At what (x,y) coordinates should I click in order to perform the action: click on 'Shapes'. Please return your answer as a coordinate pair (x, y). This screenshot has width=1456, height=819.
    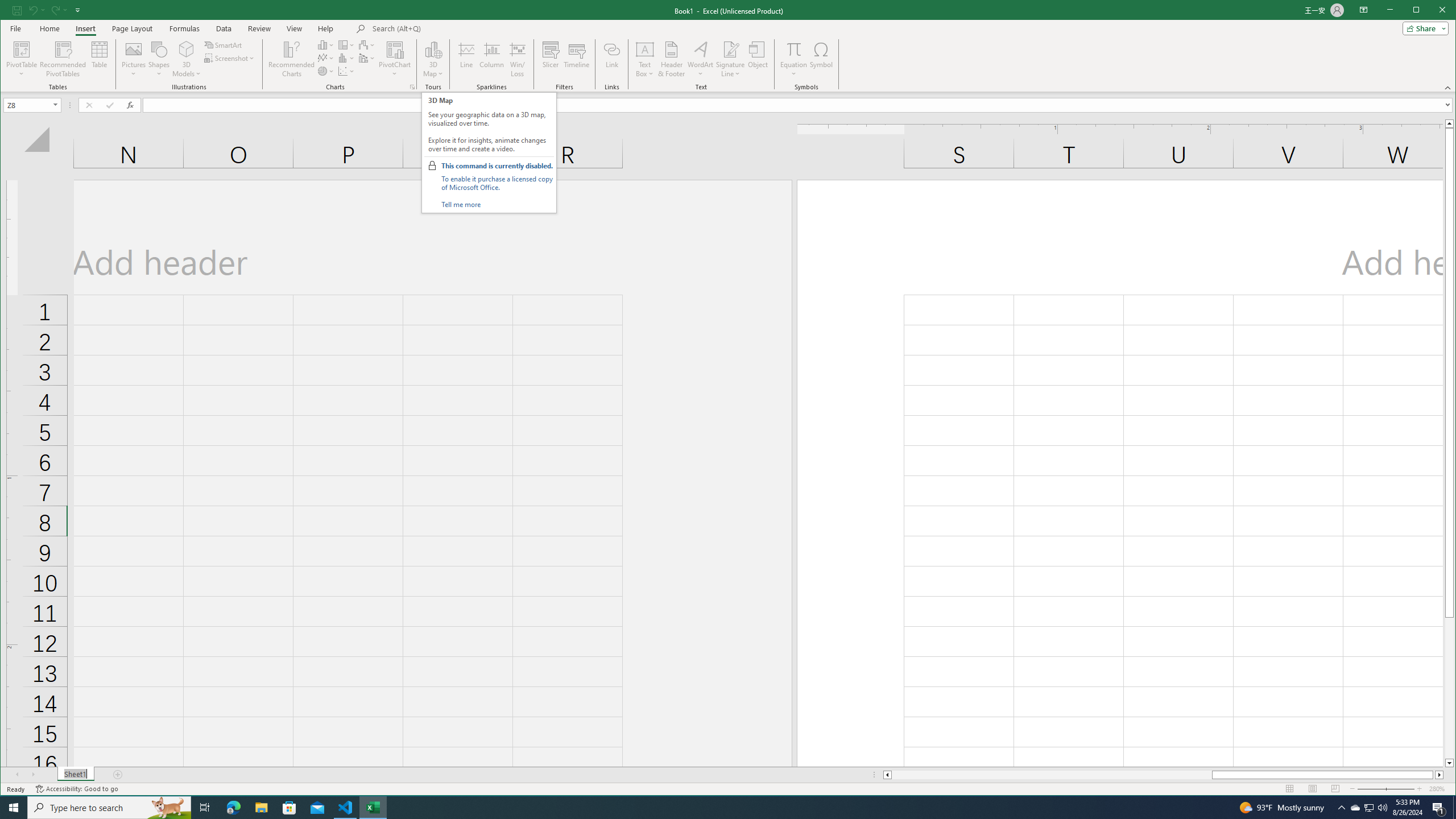
    Looking at the image, I should click on (159, 59).